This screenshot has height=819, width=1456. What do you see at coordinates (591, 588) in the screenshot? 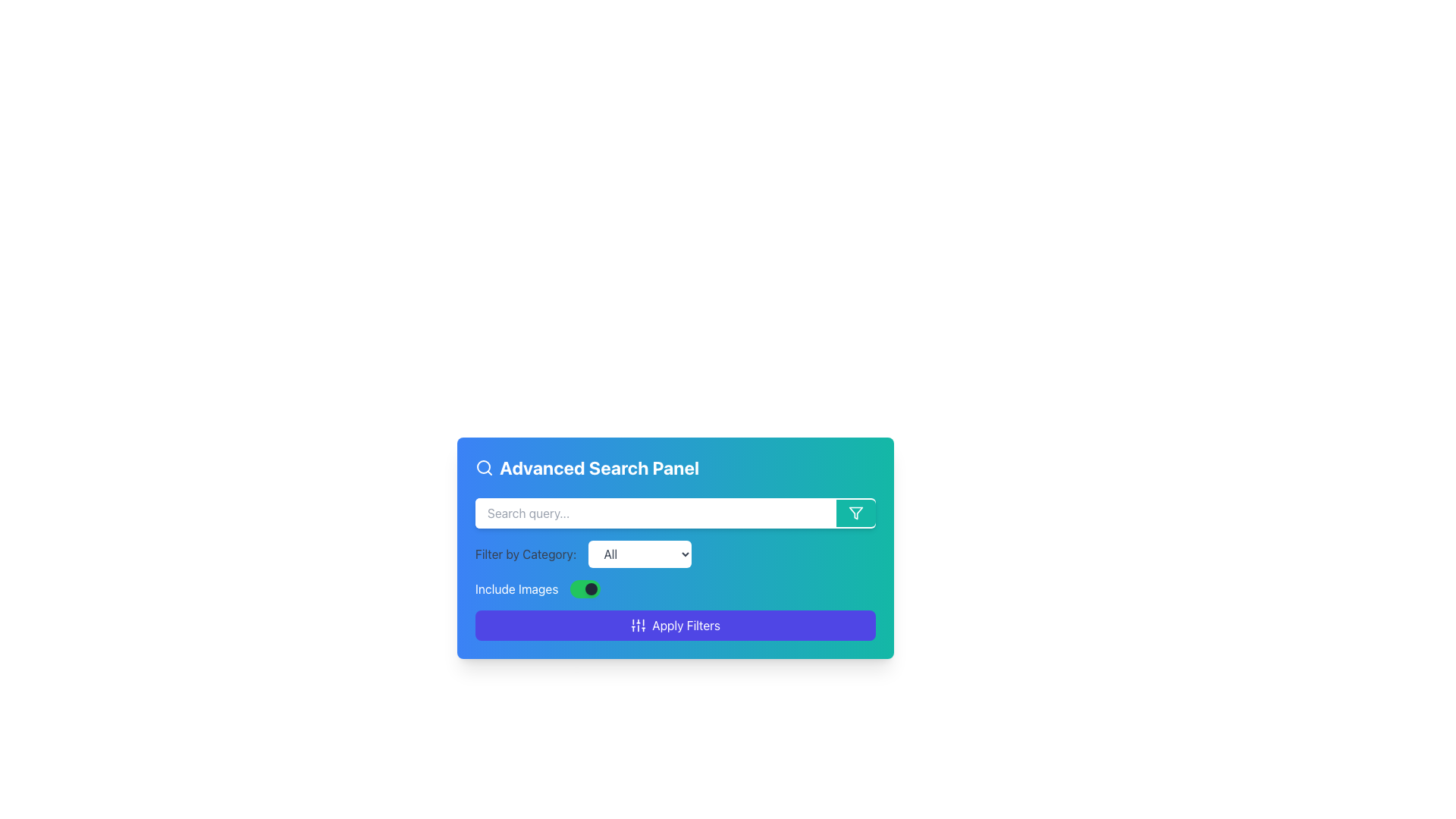
I see `the Toggle Marker, which is a small circular toggle with a dark grayish background and a white outline, located at the right edge of the toggle switch under 'Include Images' in the Advanced Search Panel` at bounding box center [591, 588].